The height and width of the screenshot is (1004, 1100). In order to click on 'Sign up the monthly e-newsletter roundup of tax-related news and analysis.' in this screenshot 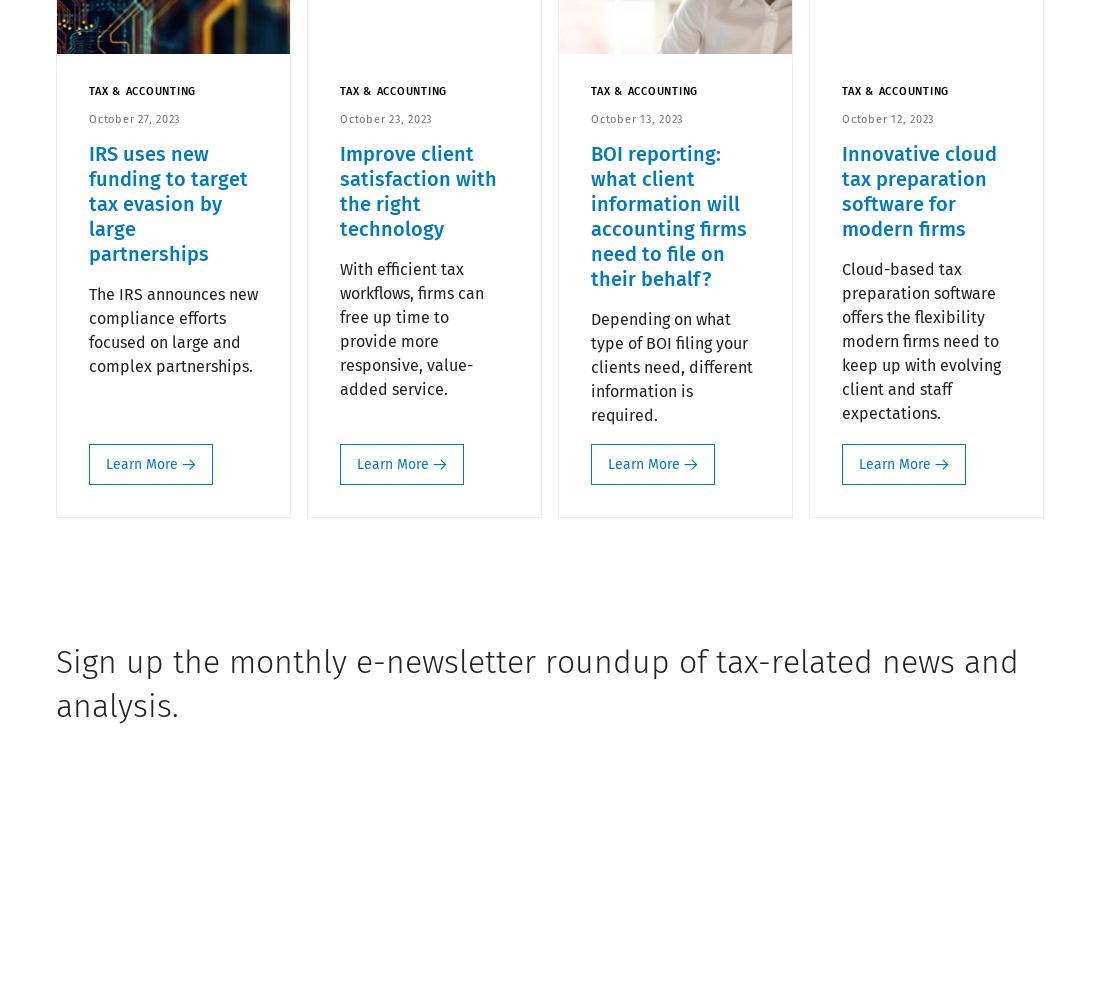, I will do `click(537, 682)`.